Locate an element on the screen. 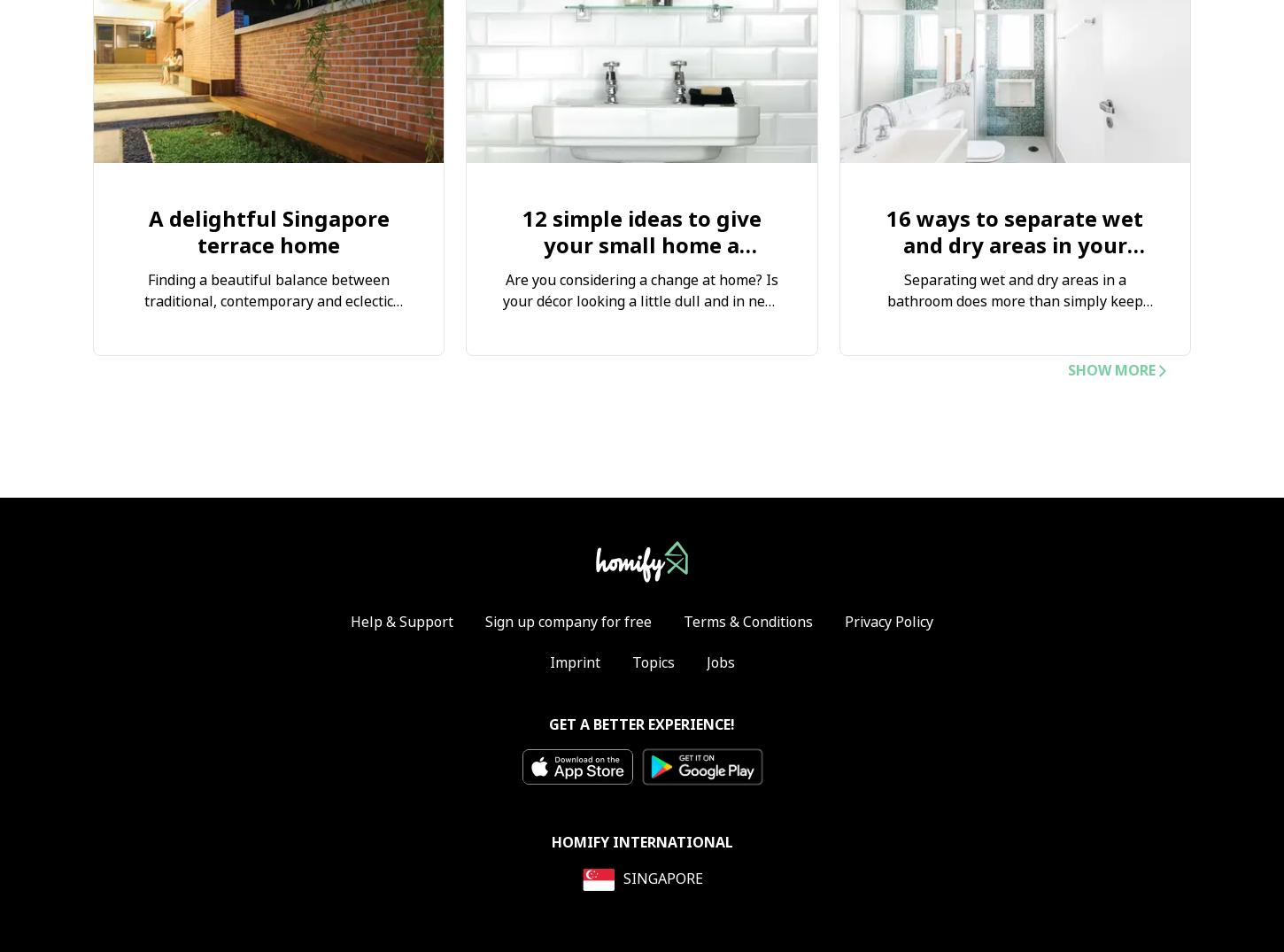 This screenshot has height=952, width=1284. '16 ways to separate wet and dry areas in your bathroom' is located at coordinates (1013, 245).